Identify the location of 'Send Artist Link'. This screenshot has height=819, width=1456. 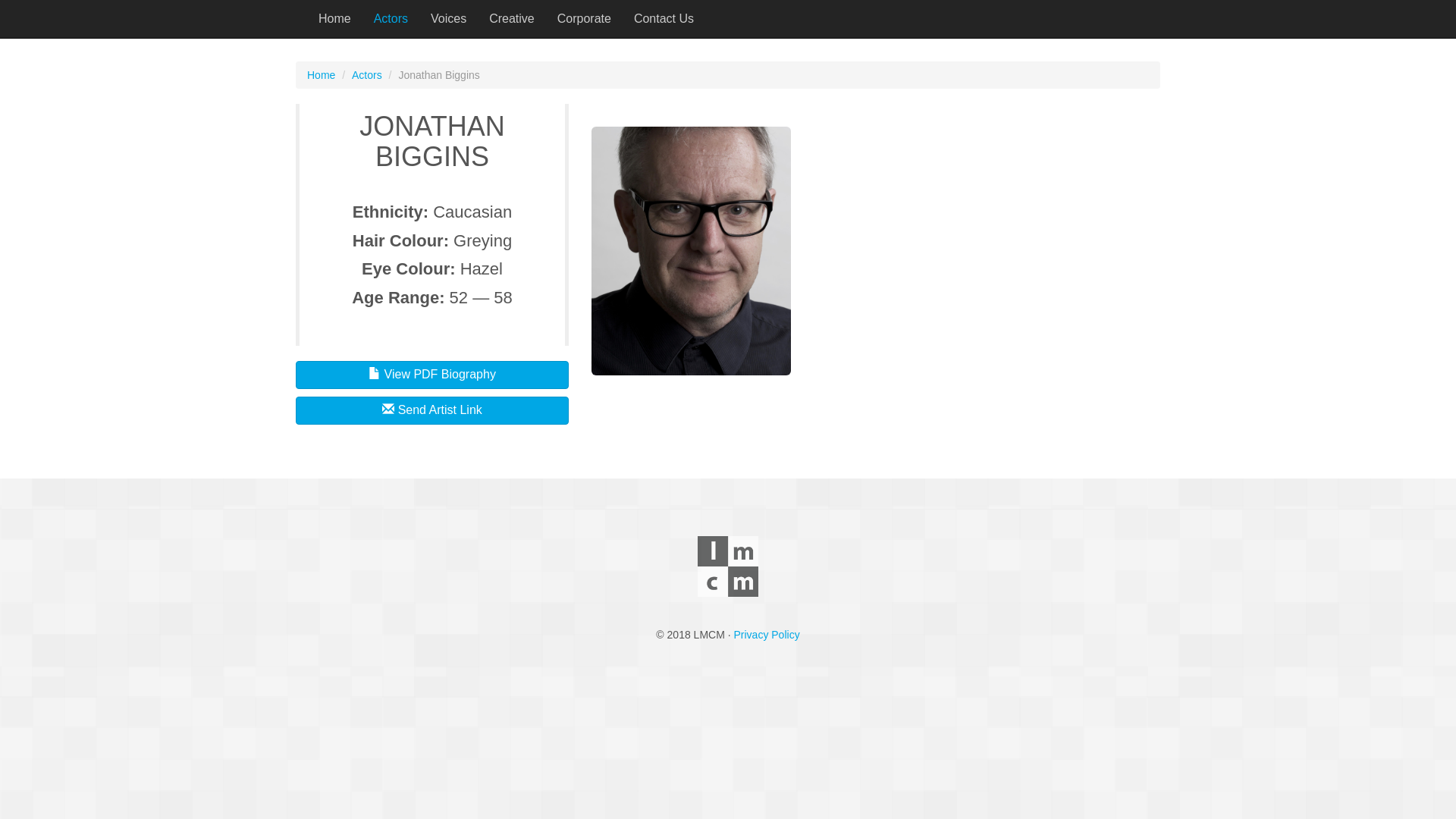
(431, 410).